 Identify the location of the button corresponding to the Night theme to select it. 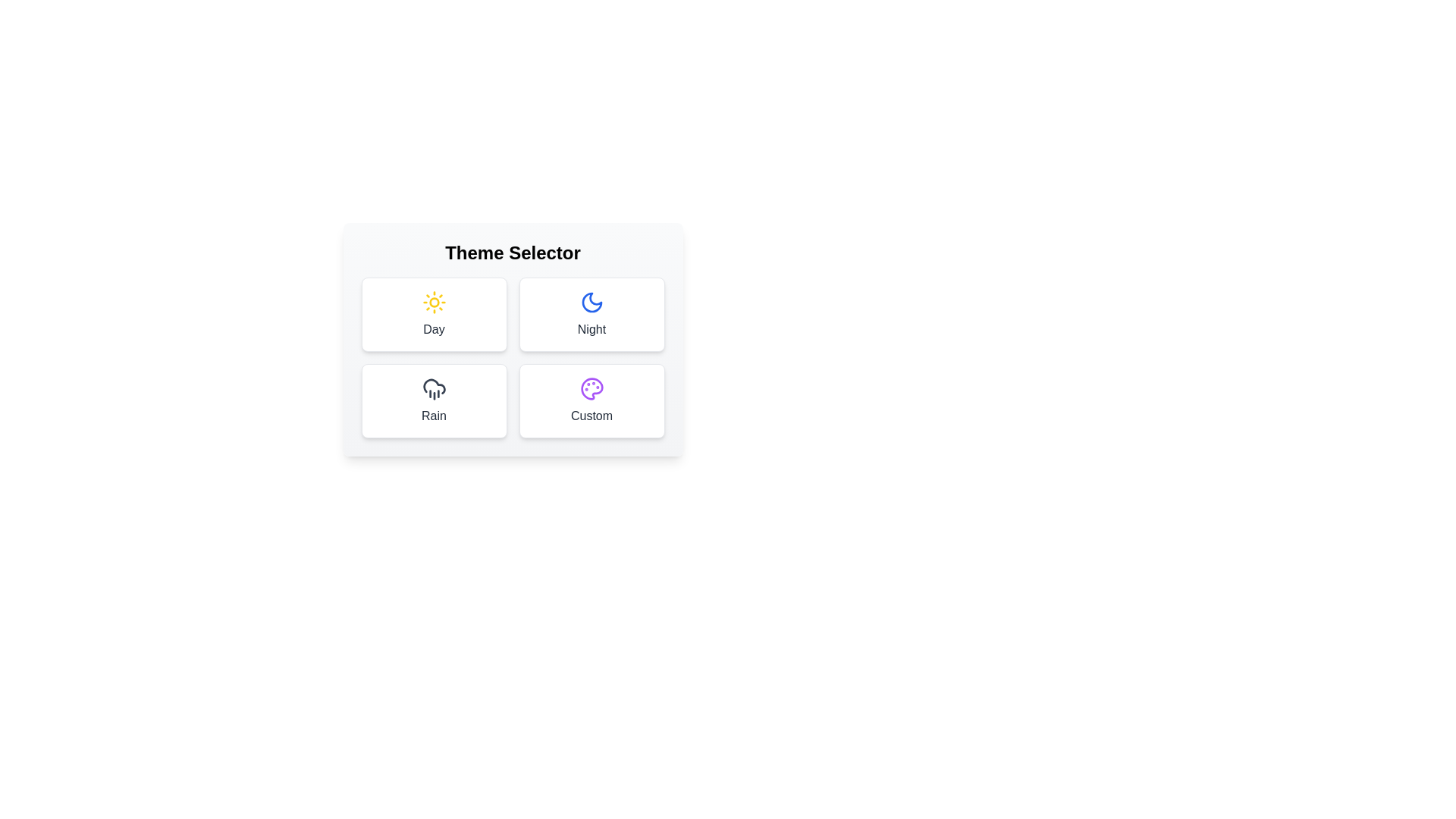
(591, 314).